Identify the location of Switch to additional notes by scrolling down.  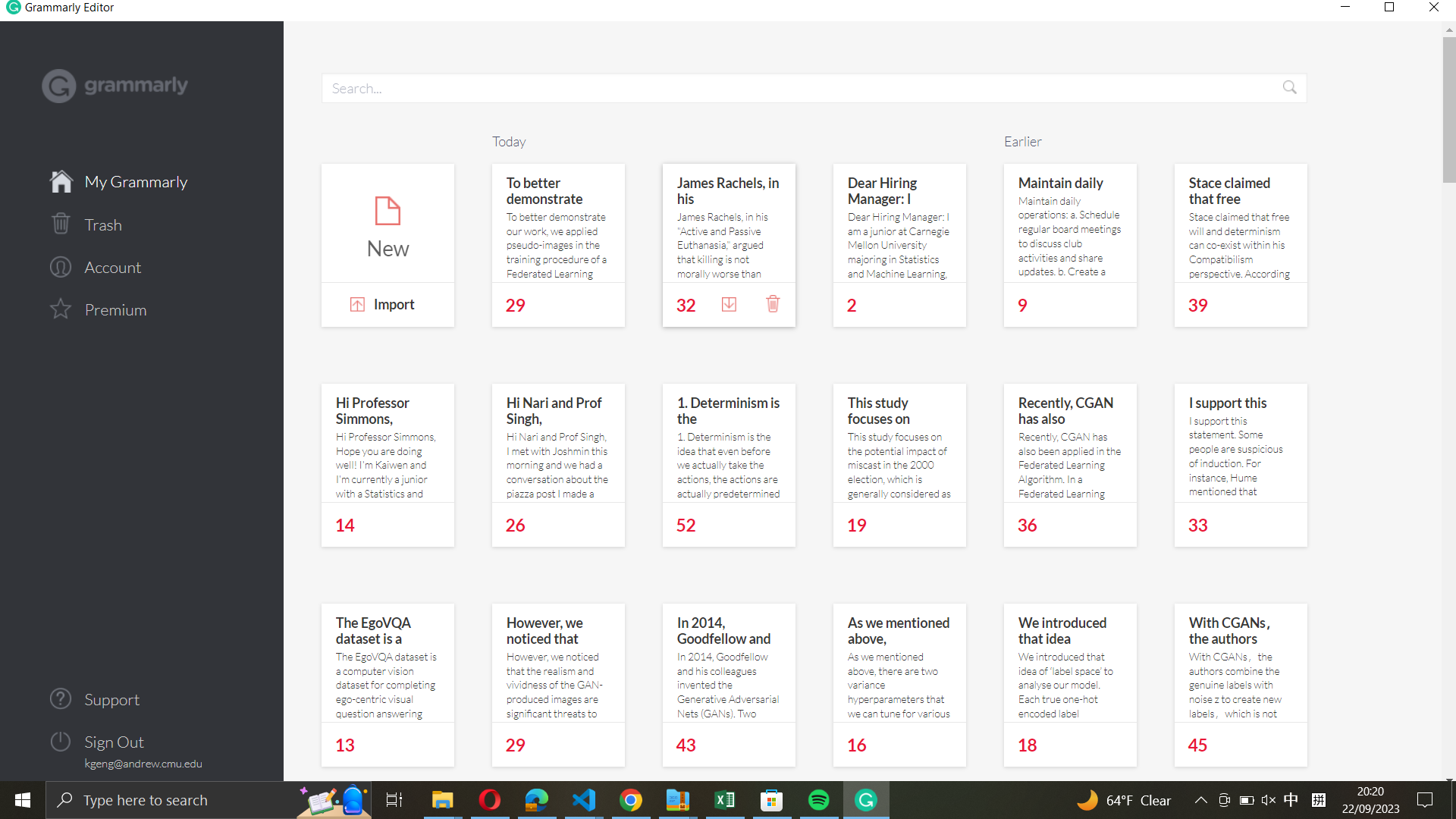
(861, 446).